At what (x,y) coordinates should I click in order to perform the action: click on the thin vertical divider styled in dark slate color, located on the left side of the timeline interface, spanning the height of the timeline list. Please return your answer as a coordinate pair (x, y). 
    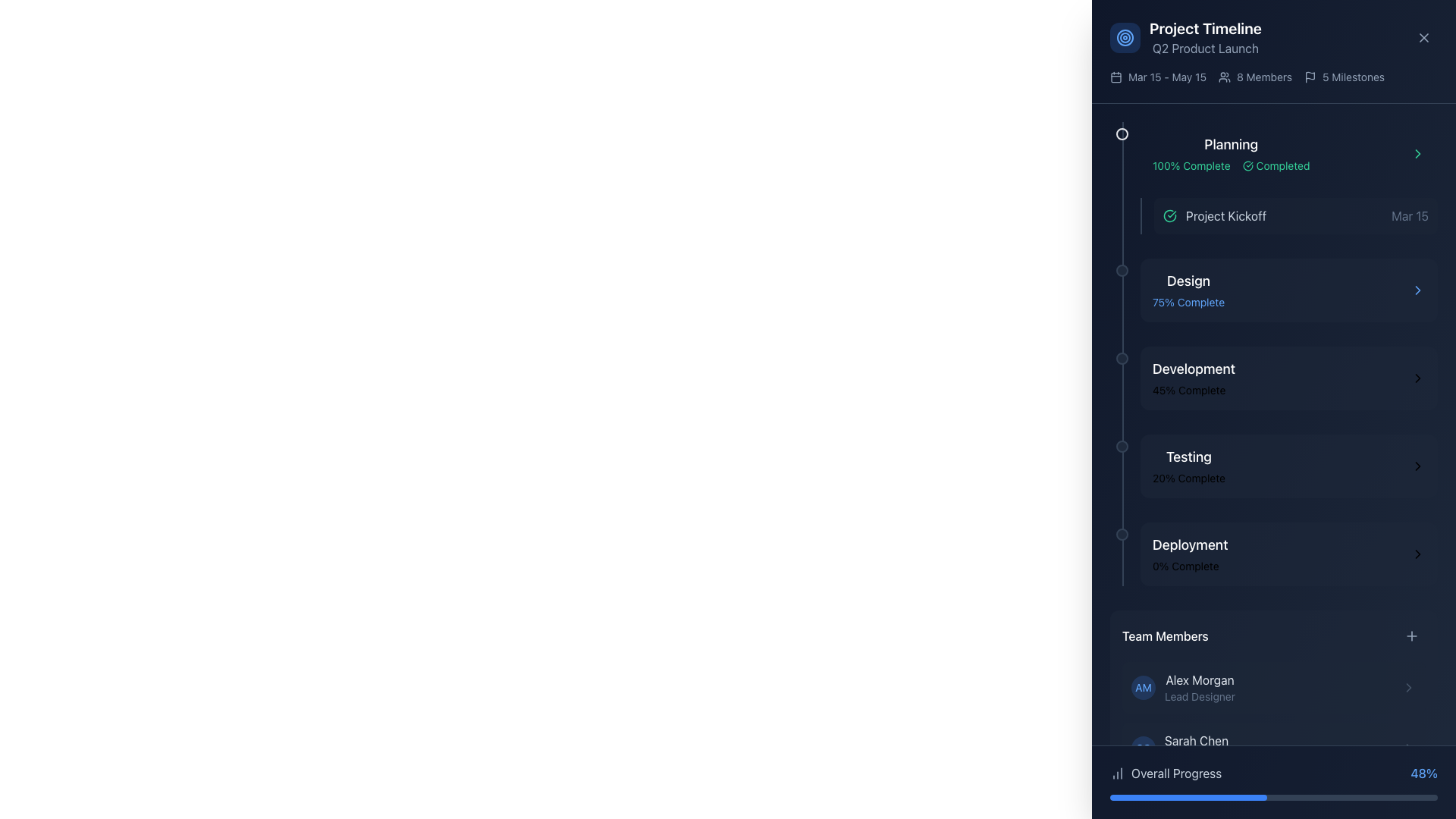
    Looking at the image, I should click on (1123, 353).